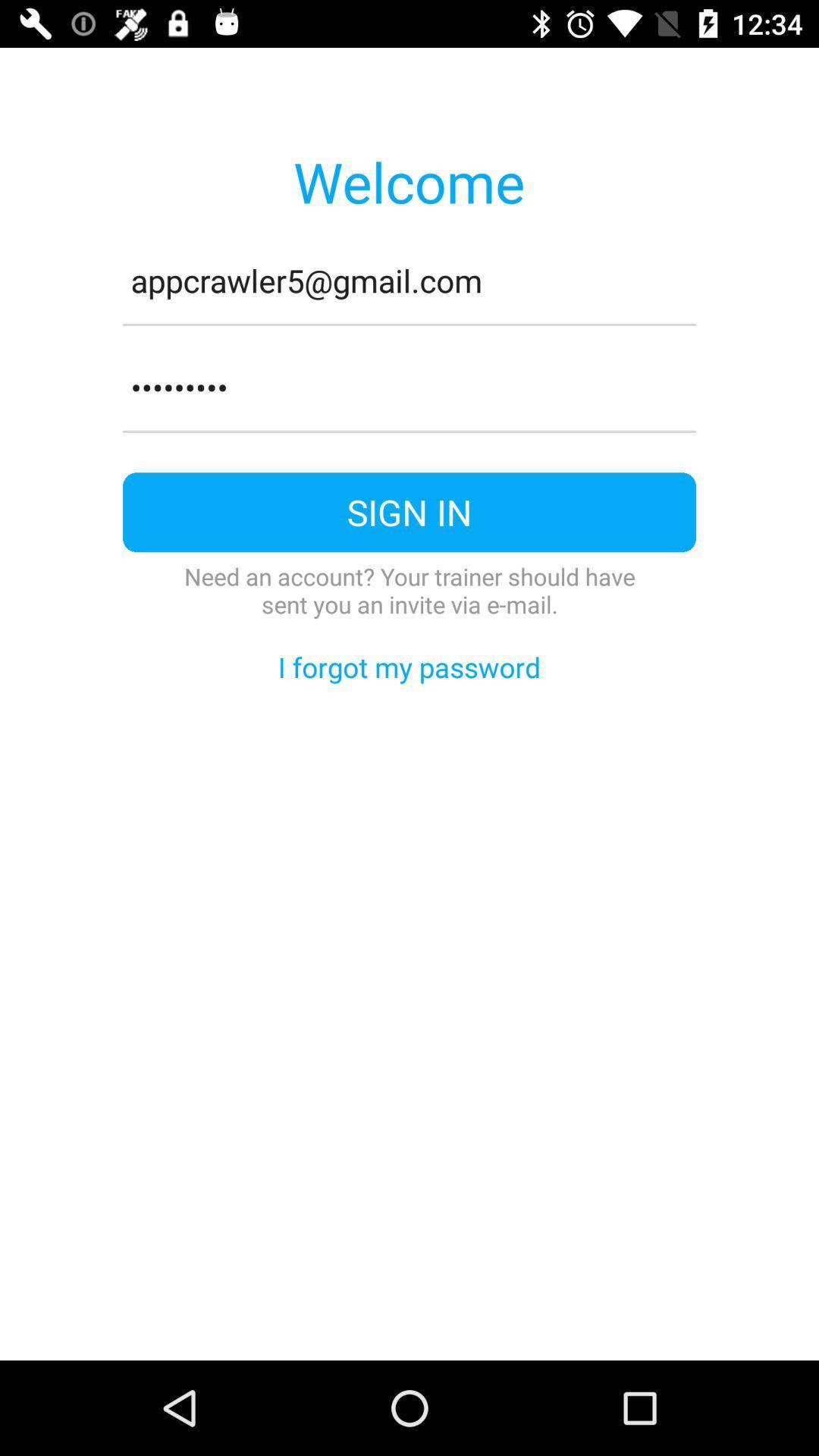 The height and width of the screenshot is (1456, 819). I want to click on the item below the appcrawler5@gmail.com item, so click(409, 324).